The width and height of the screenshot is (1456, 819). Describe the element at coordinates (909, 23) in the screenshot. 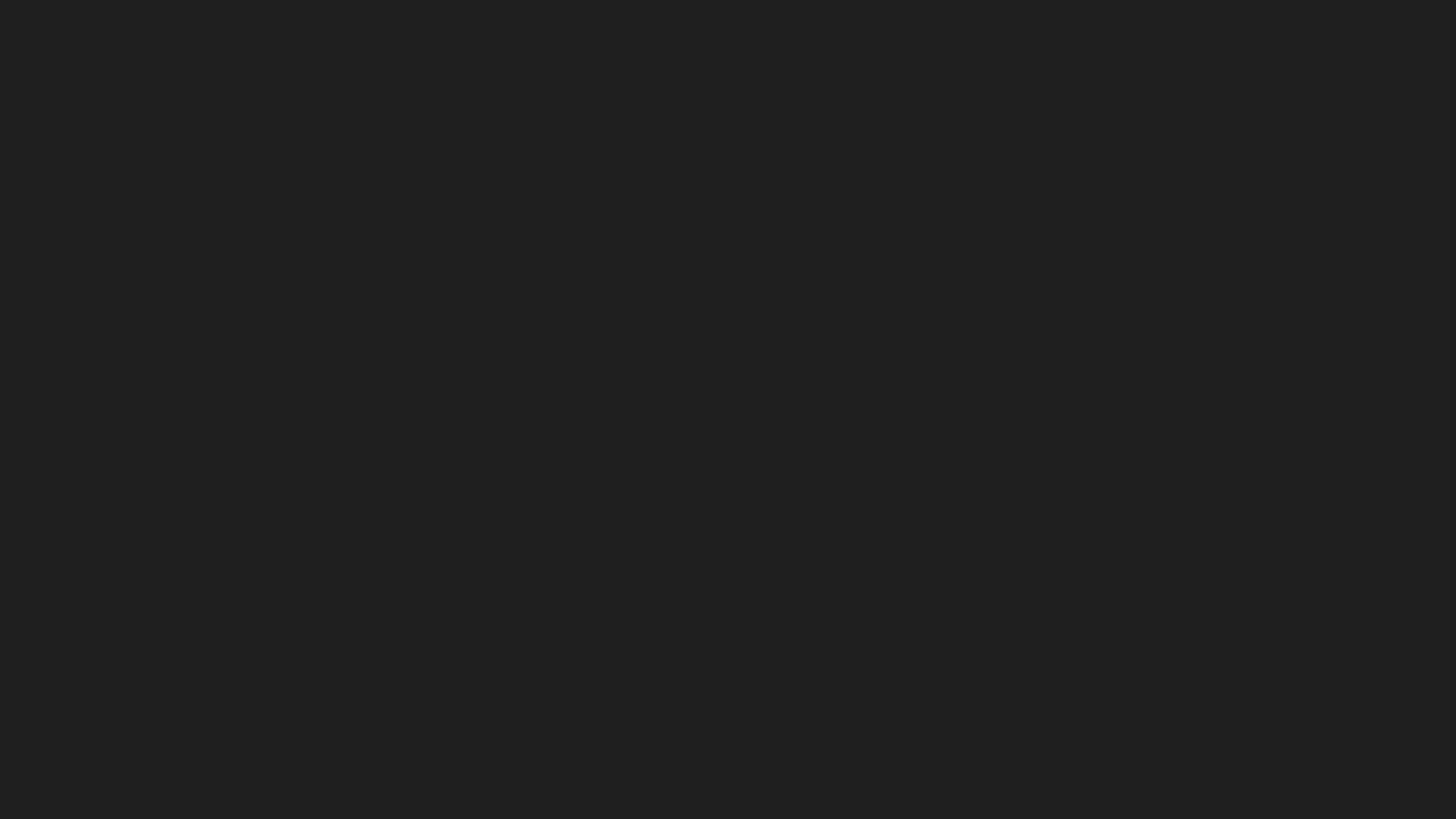

I see `Settings` at that location.